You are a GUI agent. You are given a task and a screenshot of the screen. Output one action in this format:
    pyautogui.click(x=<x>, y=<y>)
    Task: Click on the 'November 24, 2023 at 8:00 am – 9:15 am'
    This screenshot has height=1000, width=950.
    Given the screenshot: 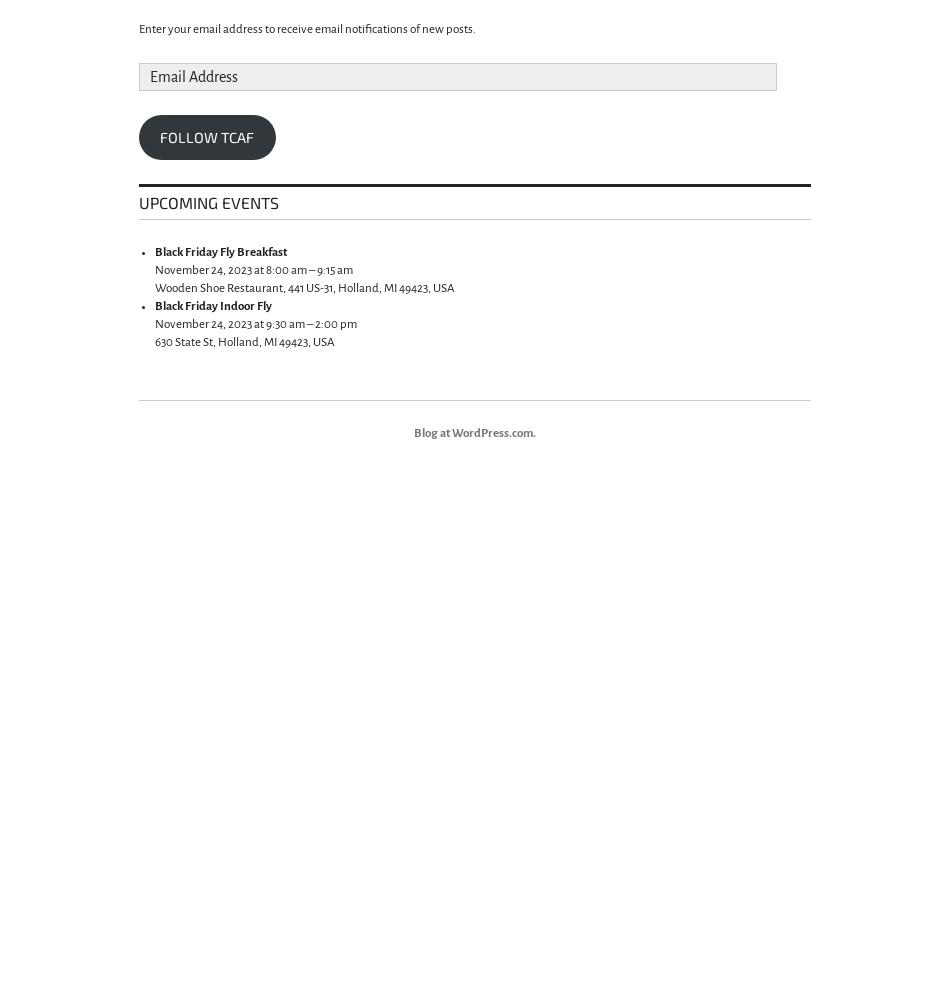 What is the action you would take?
    pyautogui.click(x=253, y=270)
    